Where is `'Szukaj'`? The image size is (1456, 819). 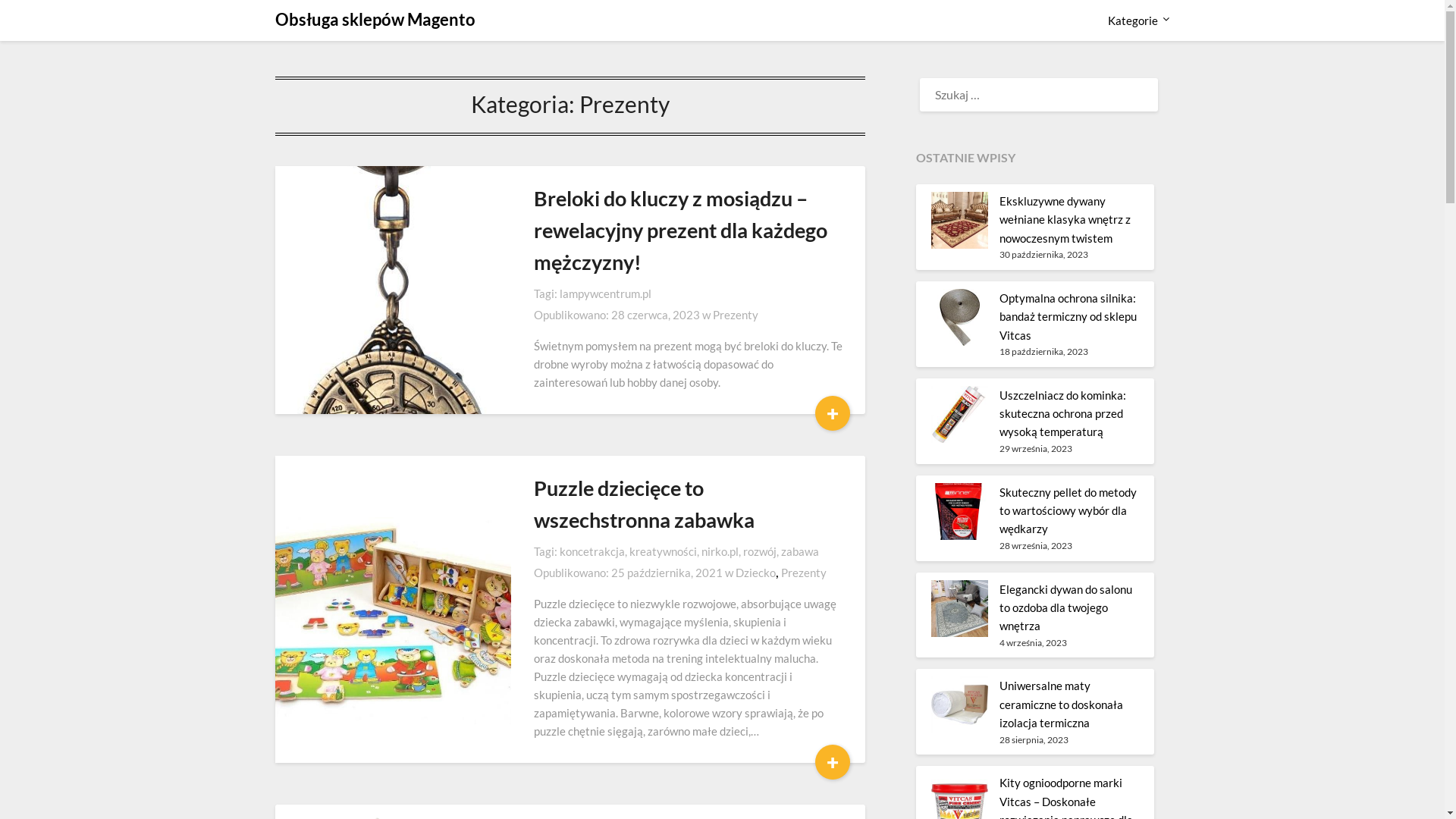
'Szukaj' is located at coordinates (36, 22).